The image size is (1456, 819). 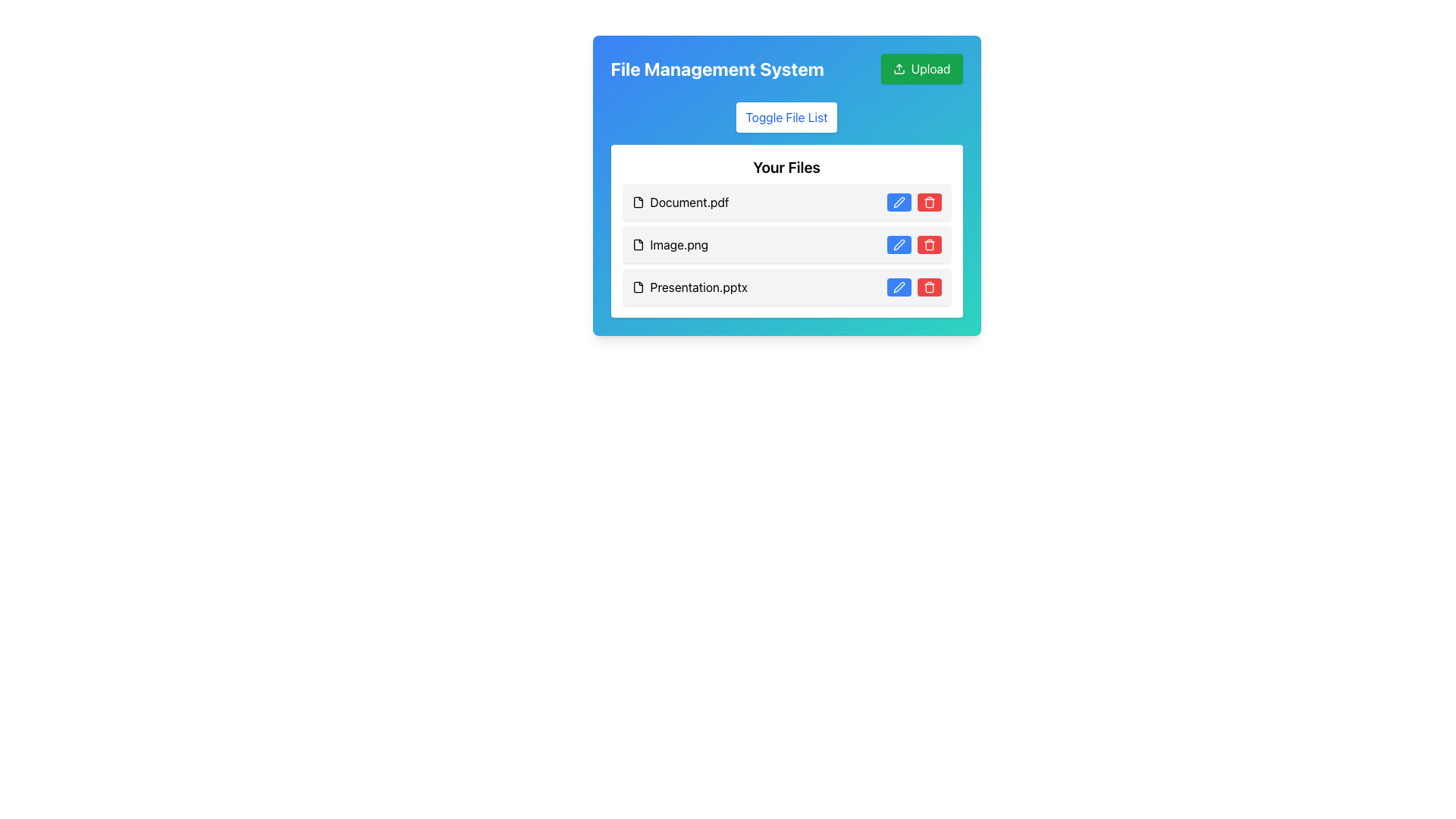 What do you see at coordinates (899, 244) in the screenshot?
I see `the edit button for the 'Image.png' file in the 'Your Files' list to gain focus` at bounding box center [899, 244].